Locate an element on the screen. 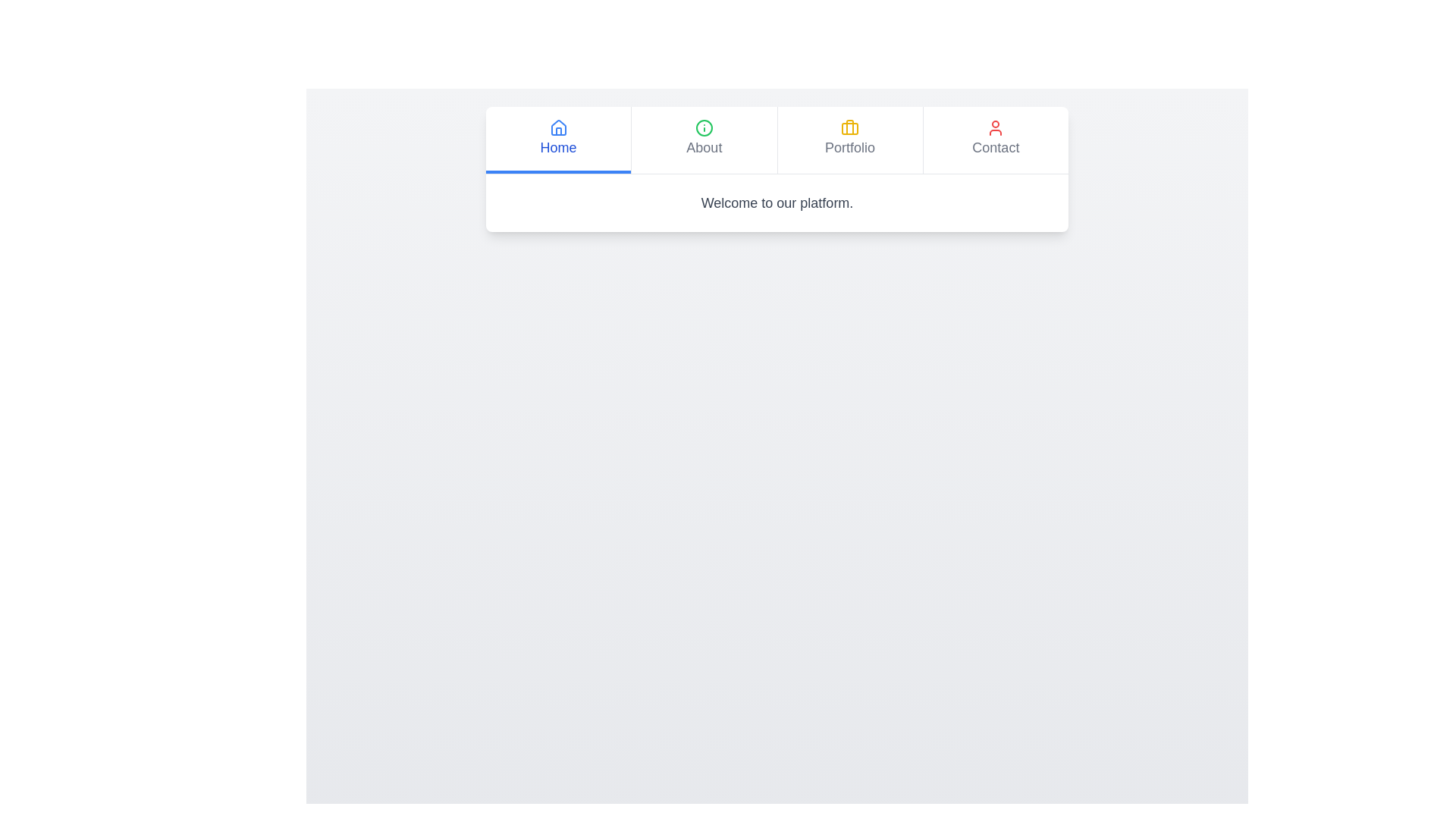 The height and width of the screenshot is (819, 1456). the tab labeled 'About' to observe the visual feedback is located at coordinates (703, 140).